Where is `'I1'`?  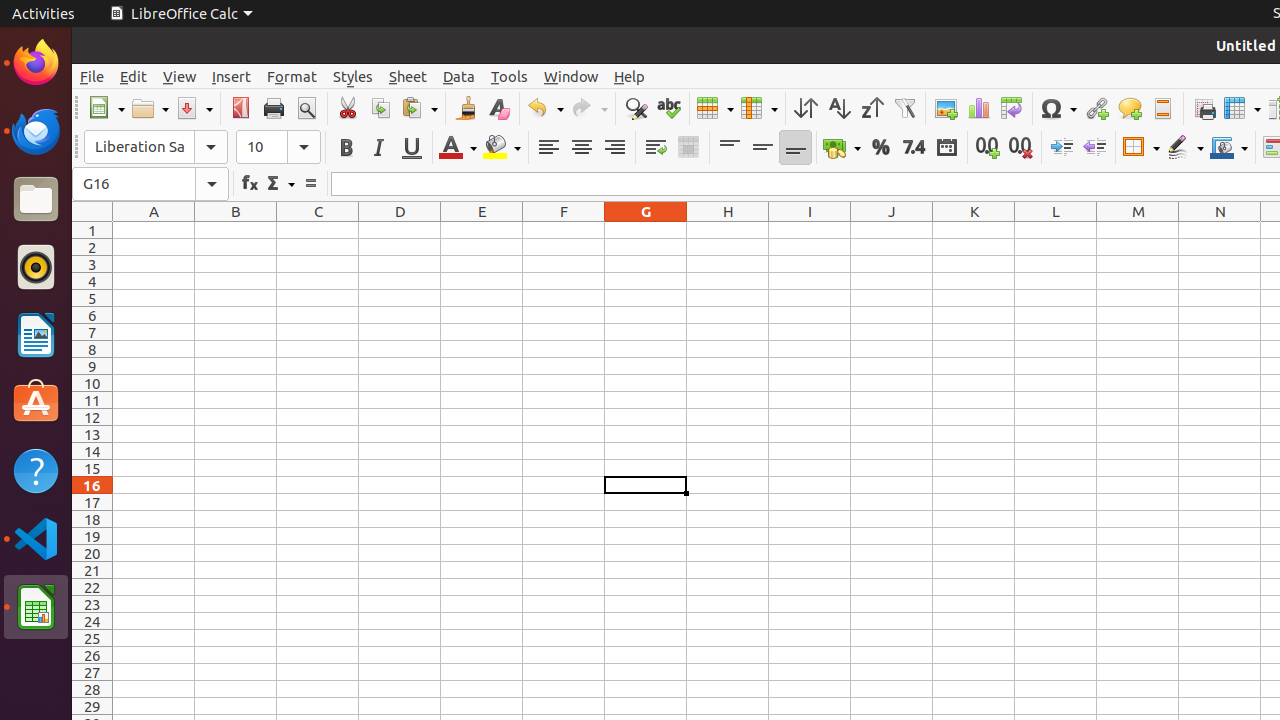
'I1' is located at coordinates (809, 229).